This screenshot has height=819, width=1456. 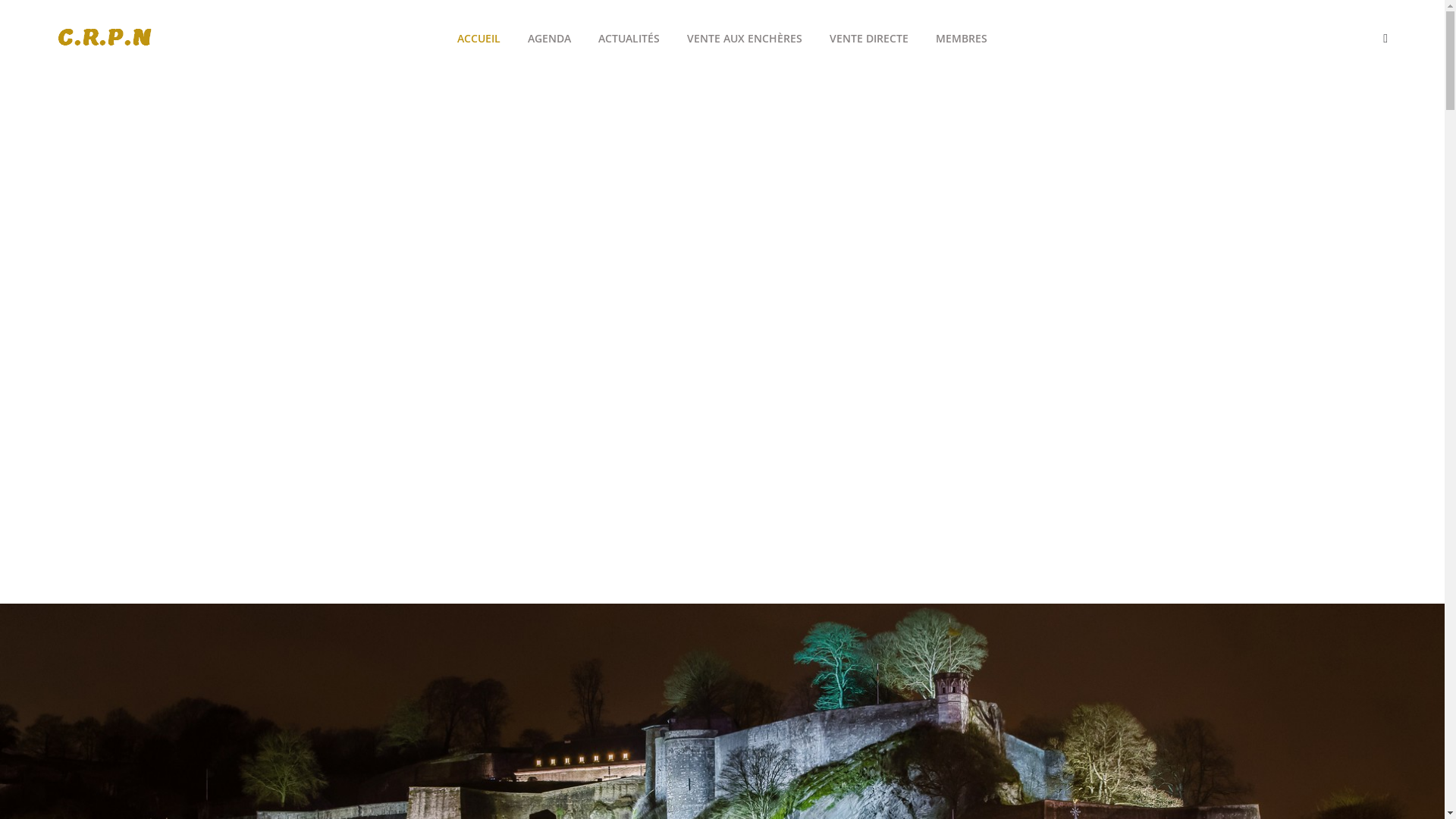 I want to click on 'ACCUEIL', so click(x=478, y=37).